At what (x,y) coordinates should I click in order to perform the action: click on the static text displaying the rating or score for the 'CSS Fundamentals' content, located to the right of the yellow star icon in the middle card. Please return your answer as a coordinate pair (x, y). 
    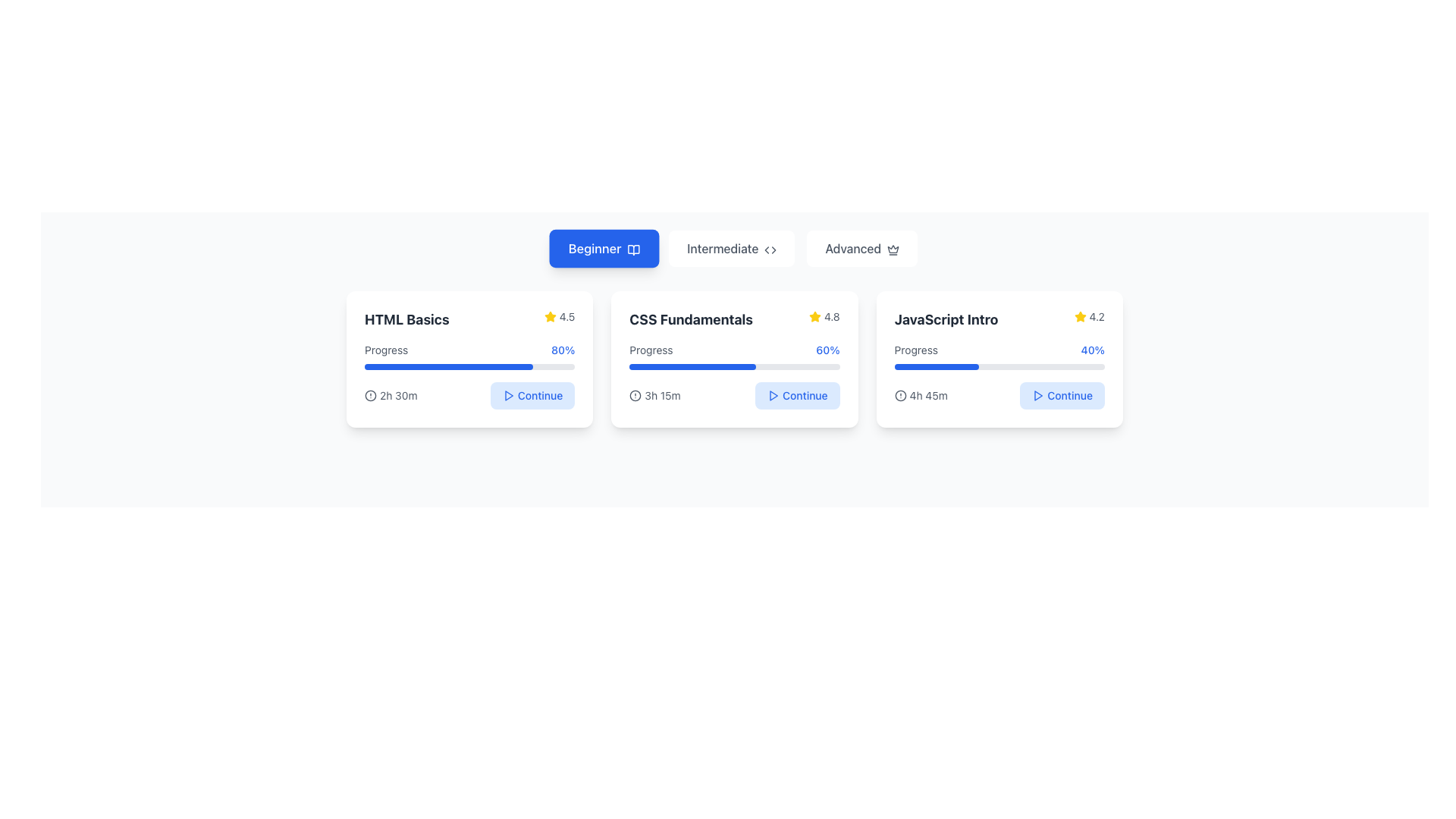
    Looking at the image, I should click on (831, 315).